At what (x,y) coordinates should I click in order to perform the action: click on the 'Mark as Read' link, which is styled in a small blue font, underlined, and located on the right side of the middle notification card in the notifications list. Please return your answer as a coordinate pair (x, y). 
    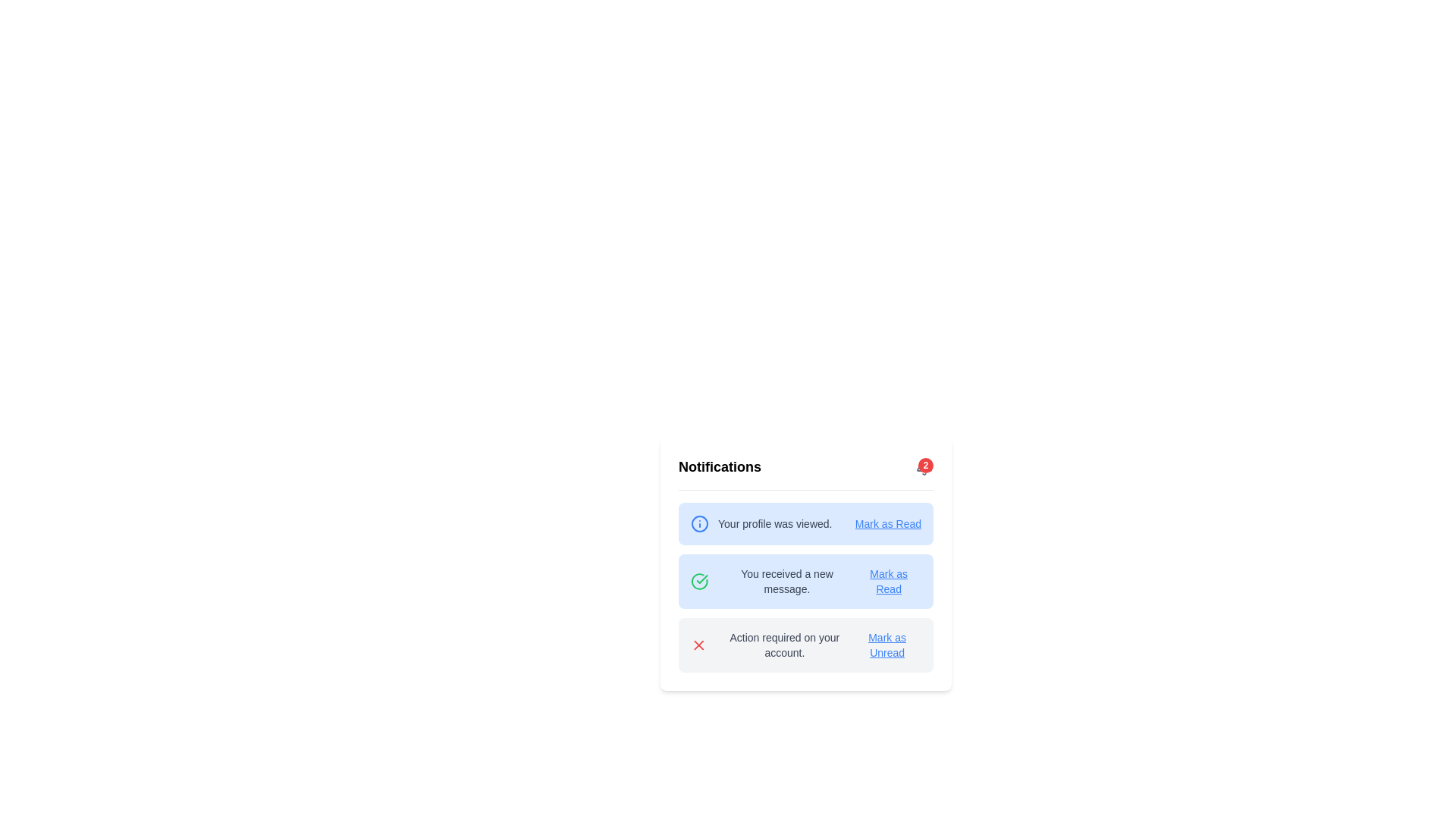
    Looking at the image, I should click on (889, 581).